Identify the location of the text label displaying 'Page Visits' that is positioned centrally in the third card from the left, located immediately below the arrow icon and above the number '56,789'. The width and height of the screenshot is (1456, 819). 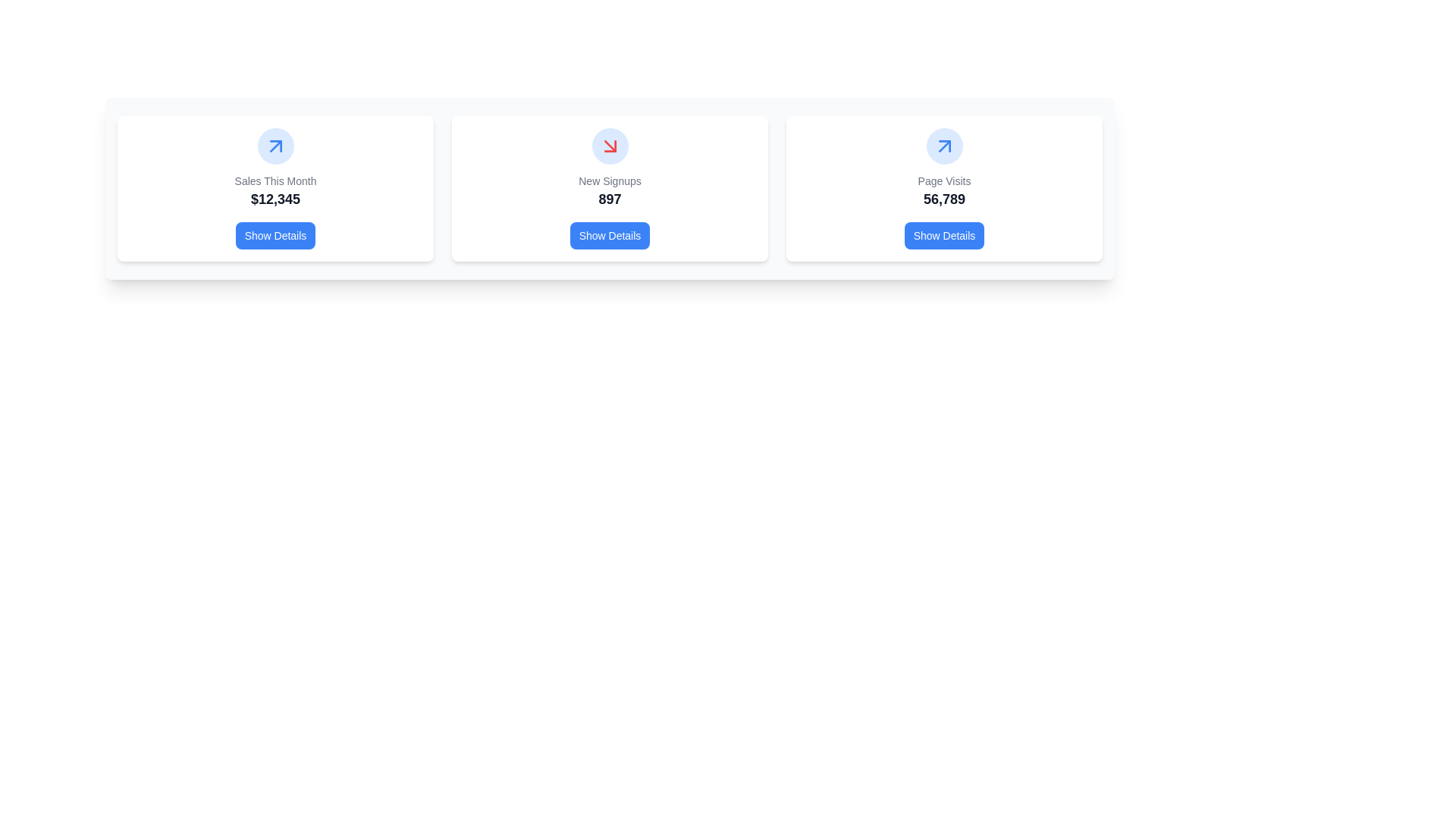
(943, 180).